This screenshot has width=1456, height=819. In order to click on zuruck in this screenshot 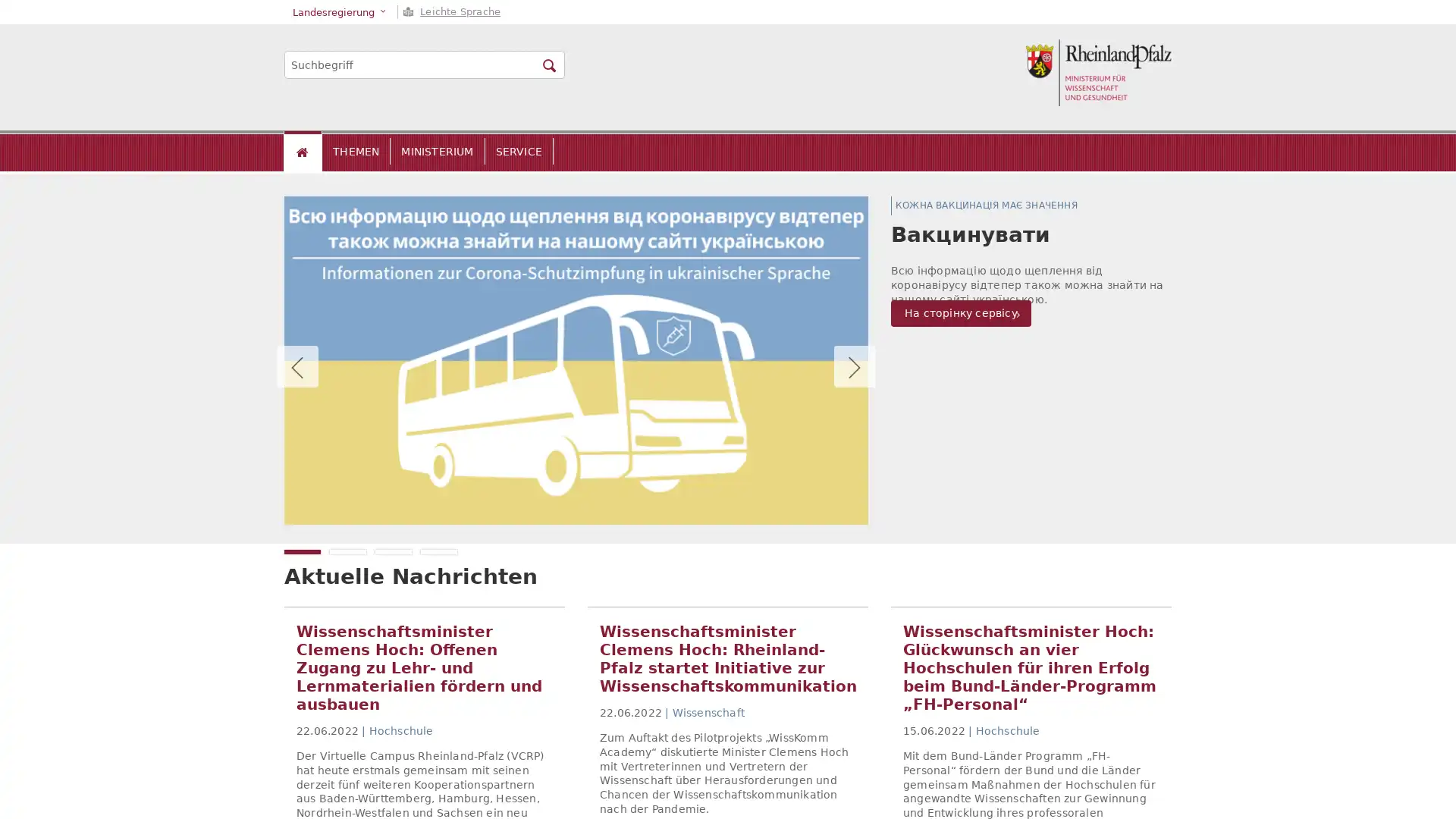, I will do `click(297, 366)`.